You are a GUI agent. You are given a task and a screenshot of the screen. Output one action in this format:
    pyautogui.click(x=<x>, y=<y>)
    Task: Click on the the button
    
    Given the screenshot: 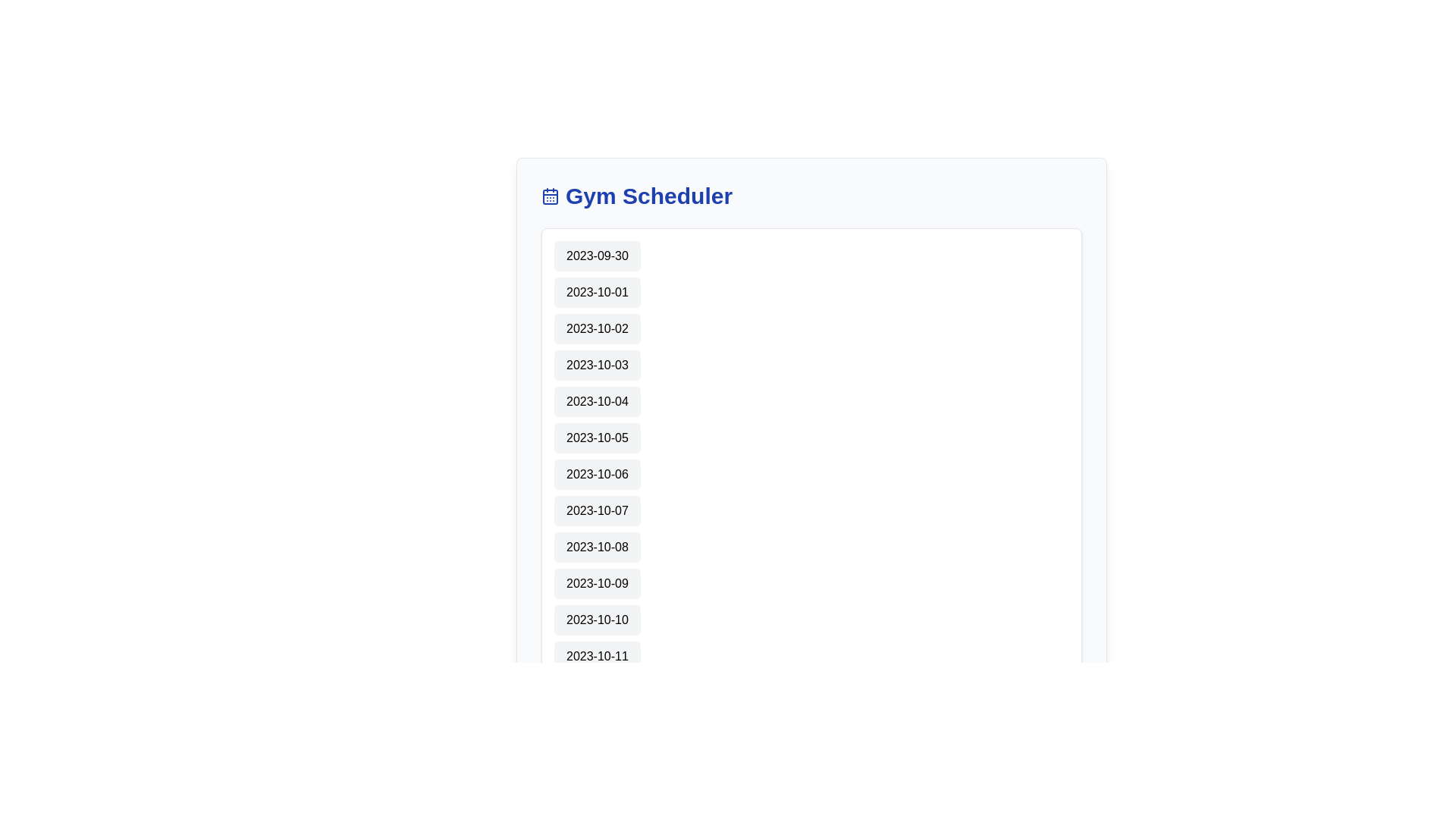 What is the action you would take?
    pyautogui.click(x=596, y=656)
    